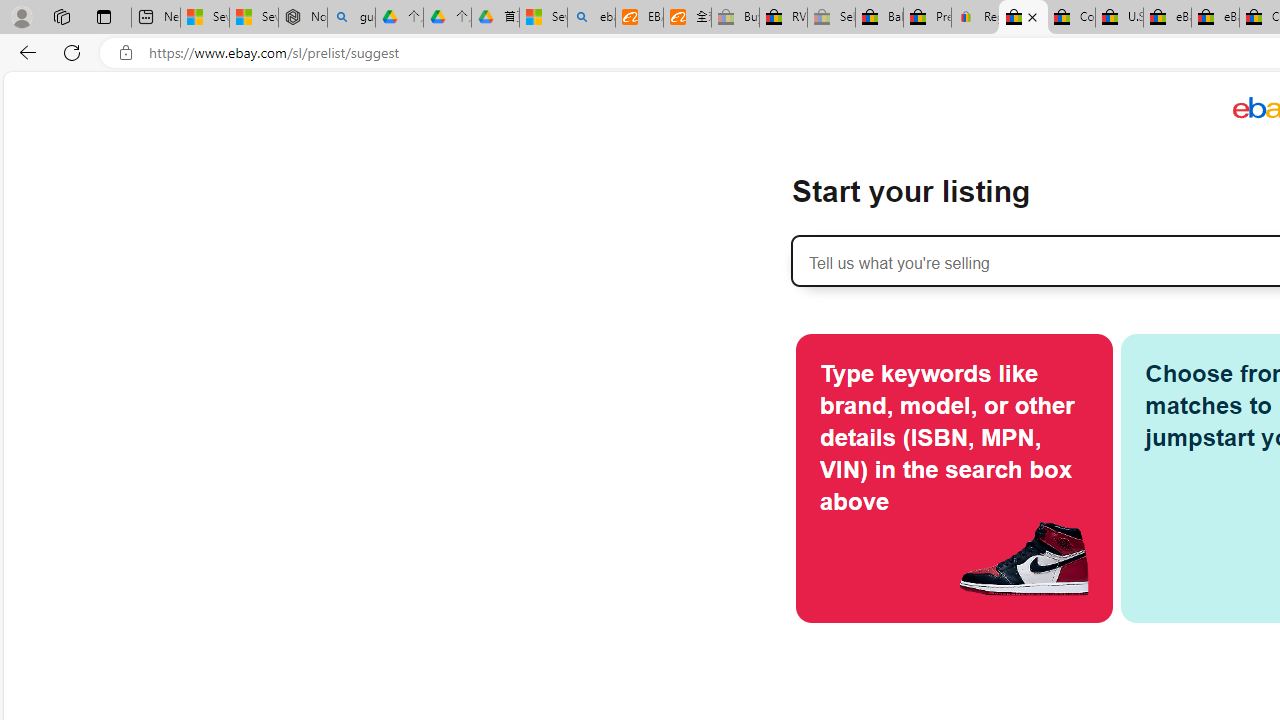 This screenshot has height=720, width=1280. I want to click on 'Press Room - eBay Inc.', so click(926, 17).